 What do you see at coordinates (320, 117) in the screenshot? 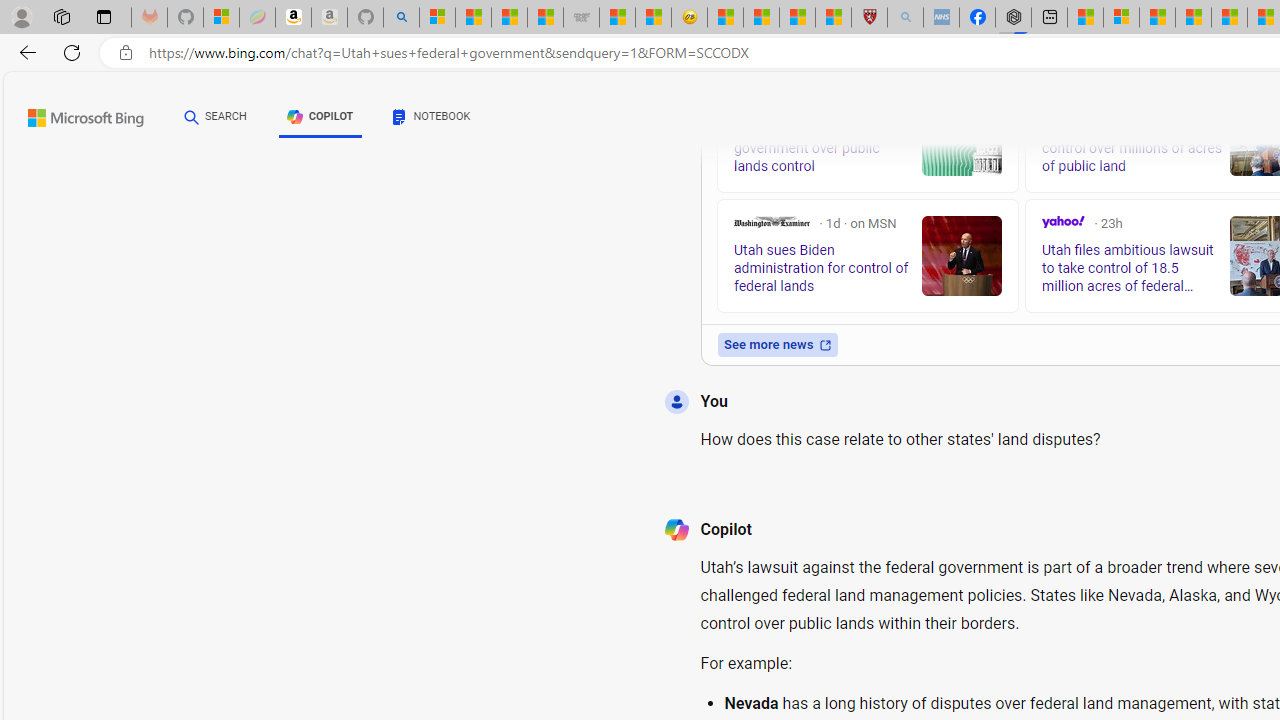
I see `'COPILOT'` at bounding box center [320, 117].